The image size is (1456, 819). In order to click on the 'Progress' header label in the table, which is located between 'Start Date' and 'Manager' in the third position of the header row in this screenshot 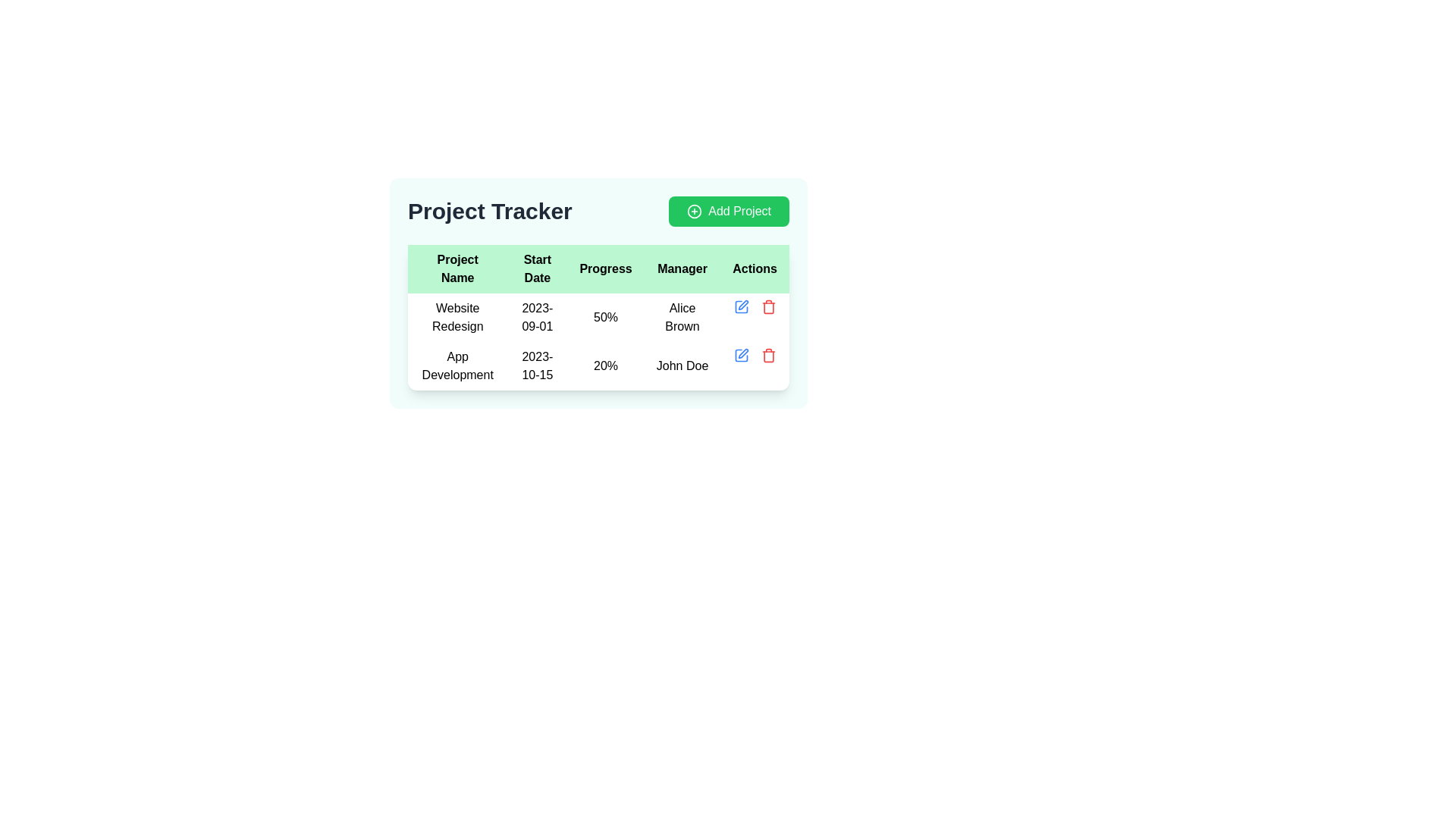, I will do `click(605, 268)`.